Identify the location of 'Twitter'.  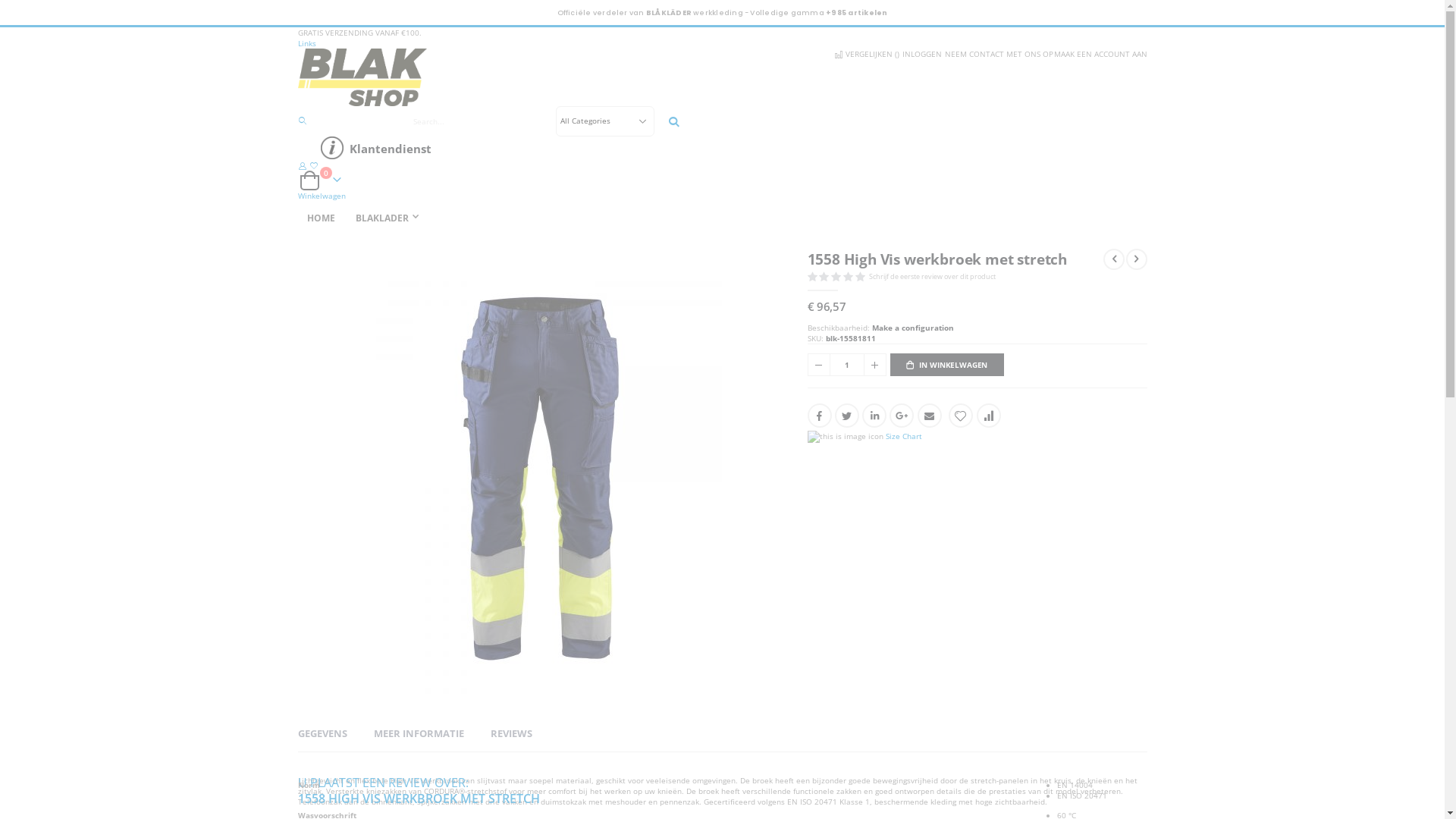
(833, 415).